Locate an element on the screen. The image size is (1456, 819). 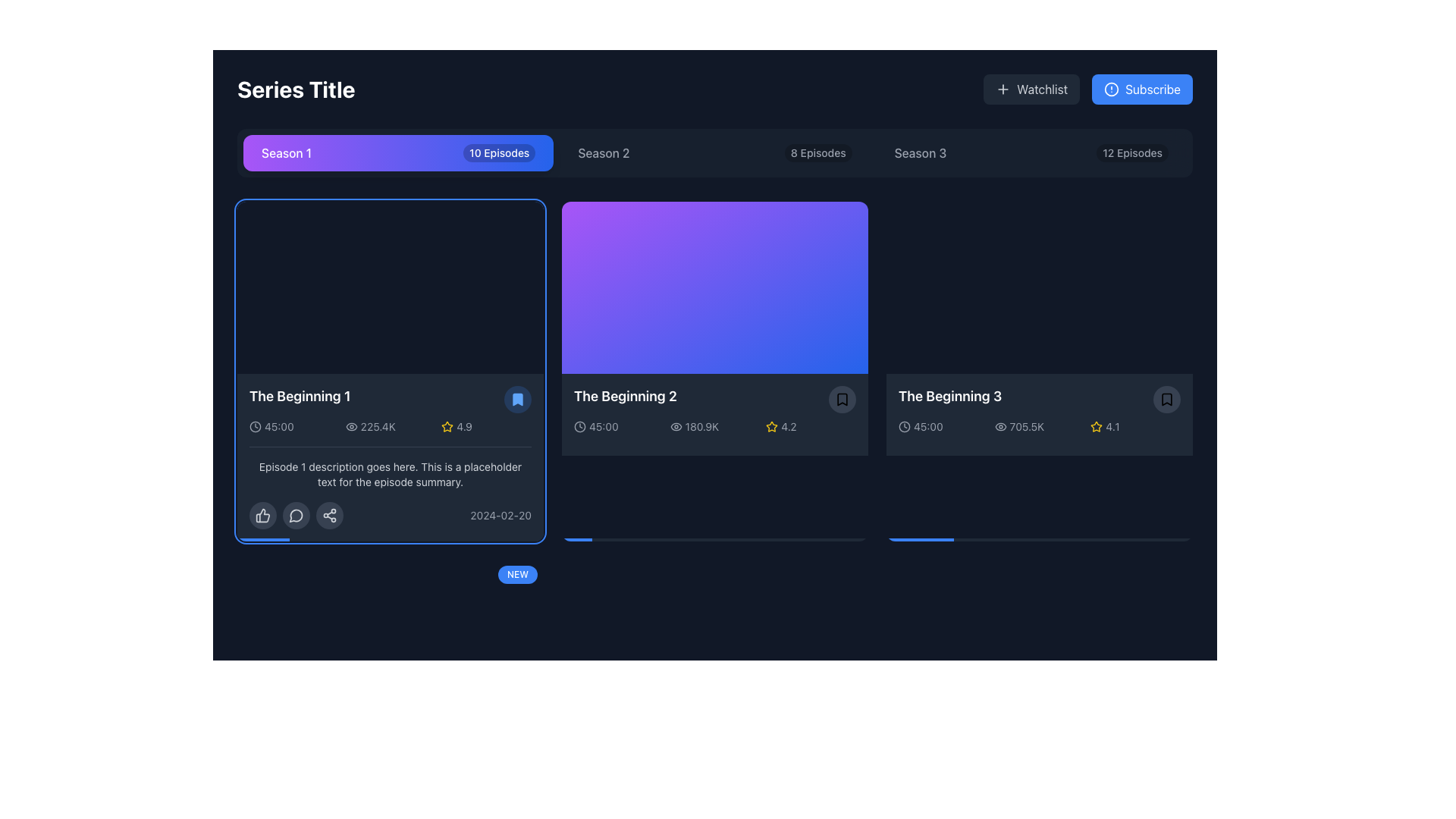
the 'Season 2' button located in the upper navigation bar is located at coordinates (714, 152).